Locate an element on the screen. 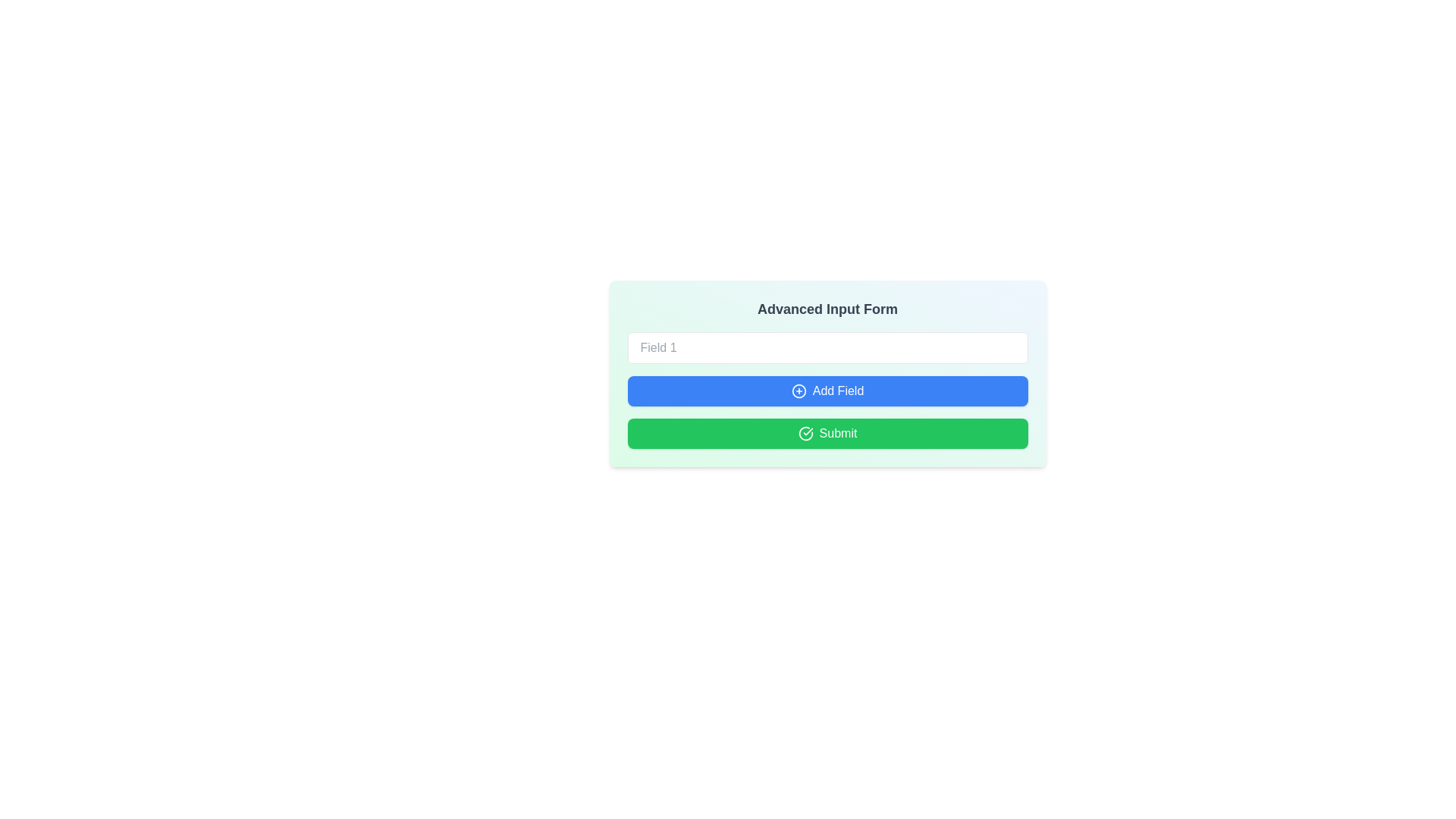 This screenshot has width=1456, height=819. the green 'Submit' button with a white check icon is located at coordinates (827, 433).